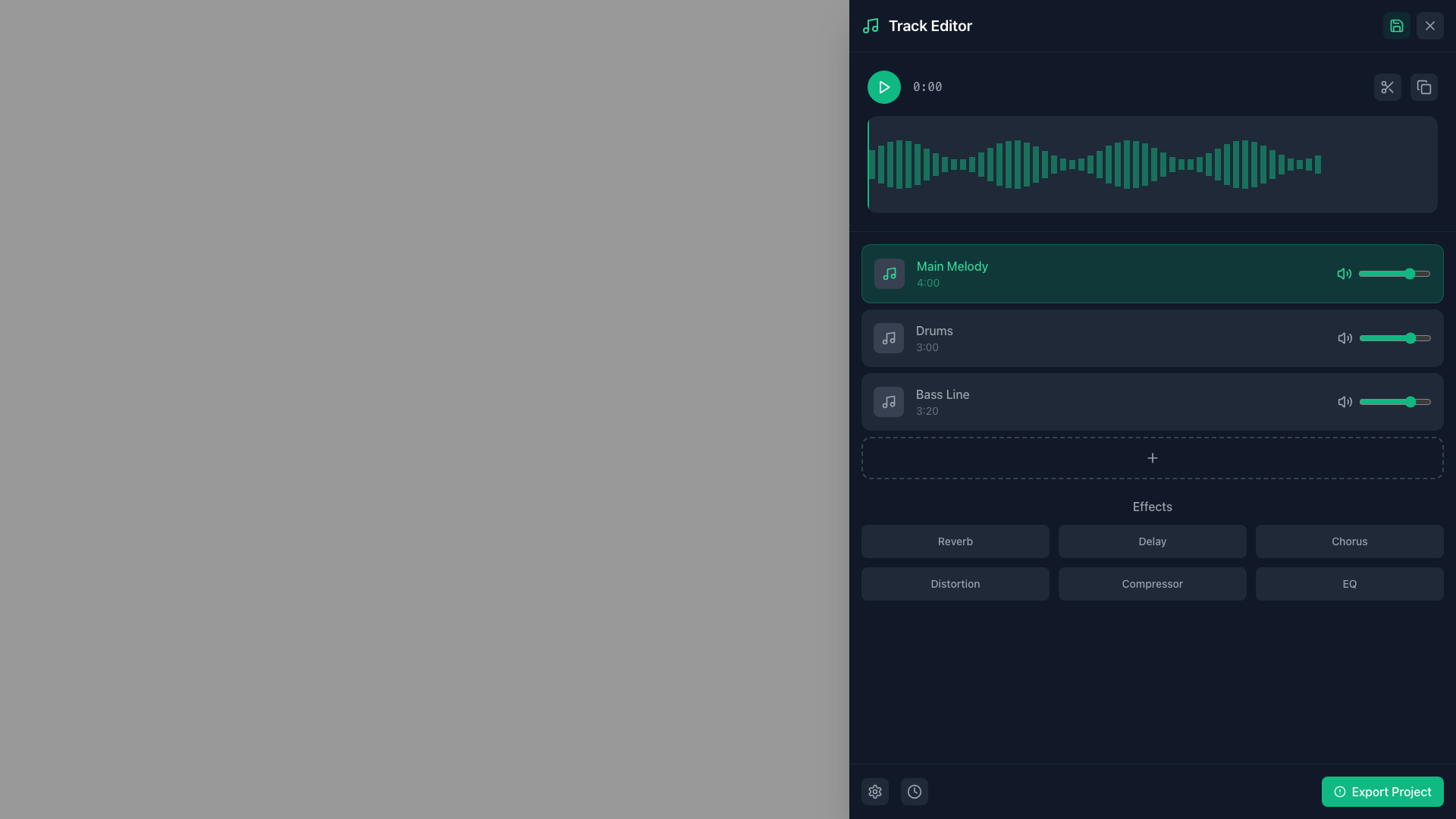  I want to click on the fifth visual indicator bar representing the audio waveform, which indicates volume or intensity at a specific point in the track, so click(908, 164).